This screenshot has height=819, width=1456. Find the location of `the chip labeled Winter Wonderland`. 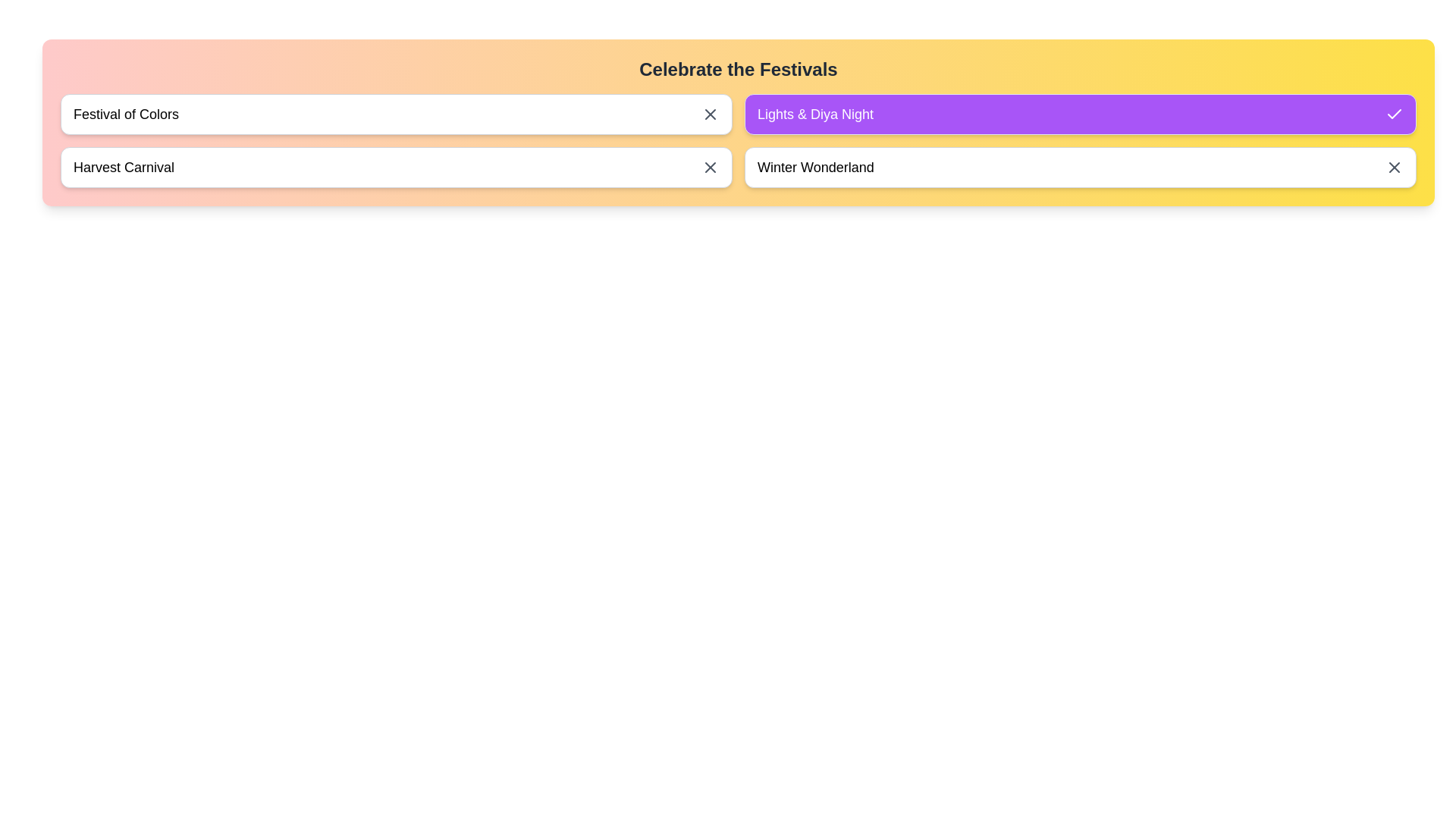

the chip labeled Winter Wonderland is located at coordinates (1080, 167).